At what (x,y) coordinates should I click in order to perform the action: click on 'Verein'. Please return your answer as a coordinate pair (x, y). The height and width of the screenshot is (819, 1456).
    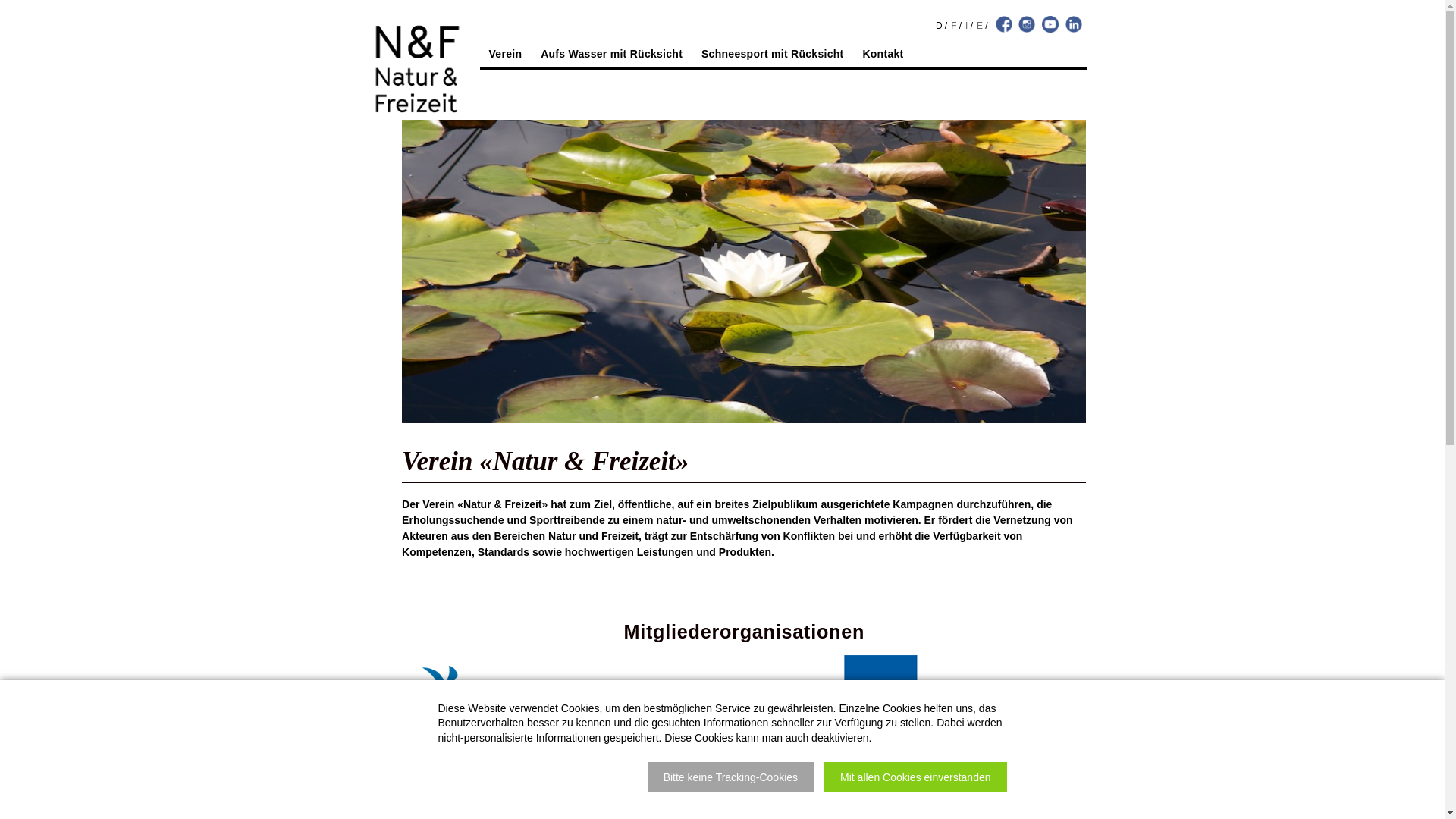
    Looking at the image, I should click on (506, 55).